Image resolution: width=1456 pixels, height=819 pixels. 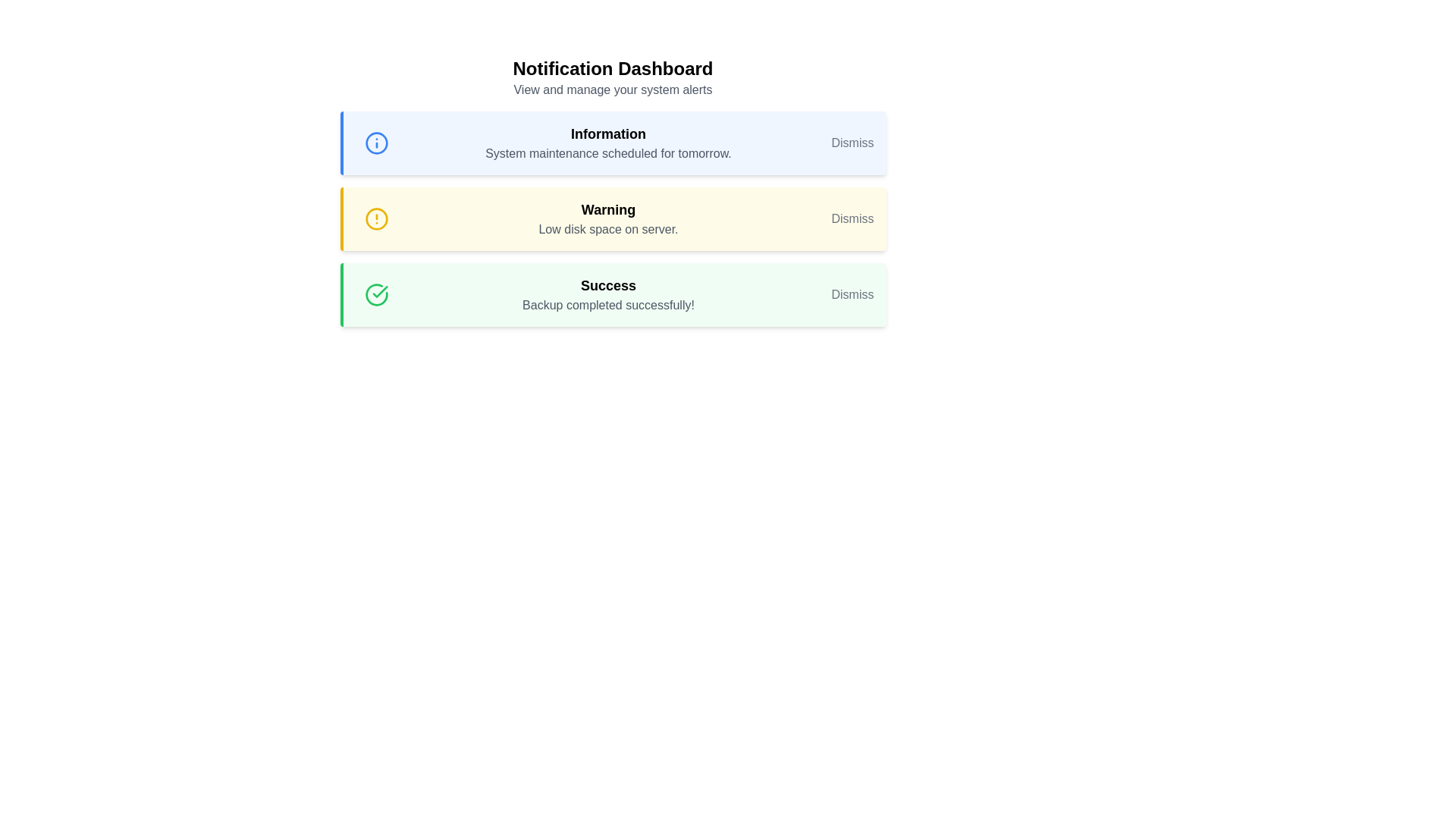 I want to click on the warning notification box indicating low disk space, which is the second item in a vertical stack of notifications, so click(x=613, y=219).